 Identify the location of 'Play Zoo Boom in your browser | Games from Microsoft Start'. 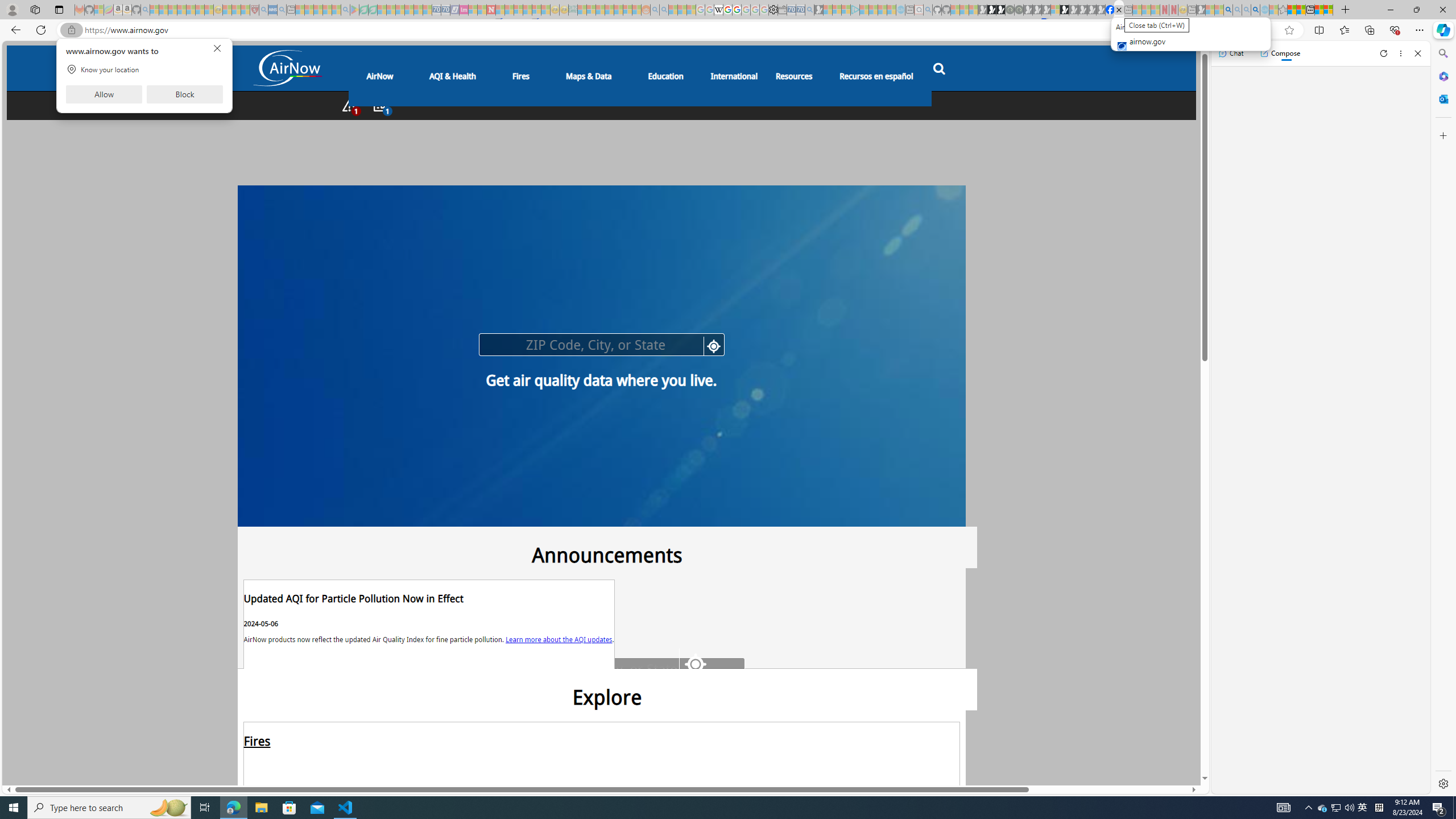
(992, 9).